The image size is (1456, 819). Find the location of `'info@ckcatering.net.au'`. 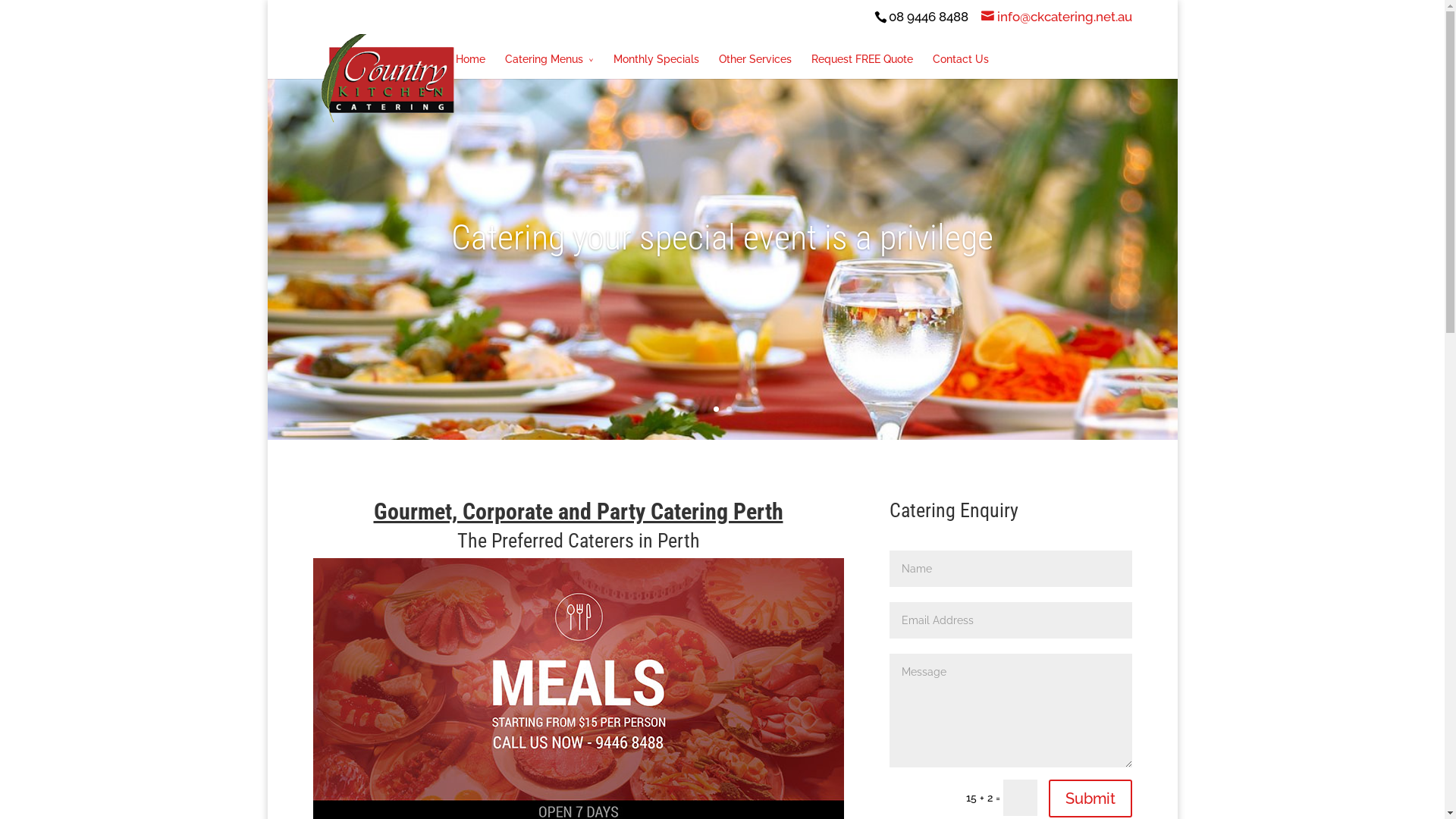

'info@ckcatering.net.au' is located at coordinates (1056, 17).